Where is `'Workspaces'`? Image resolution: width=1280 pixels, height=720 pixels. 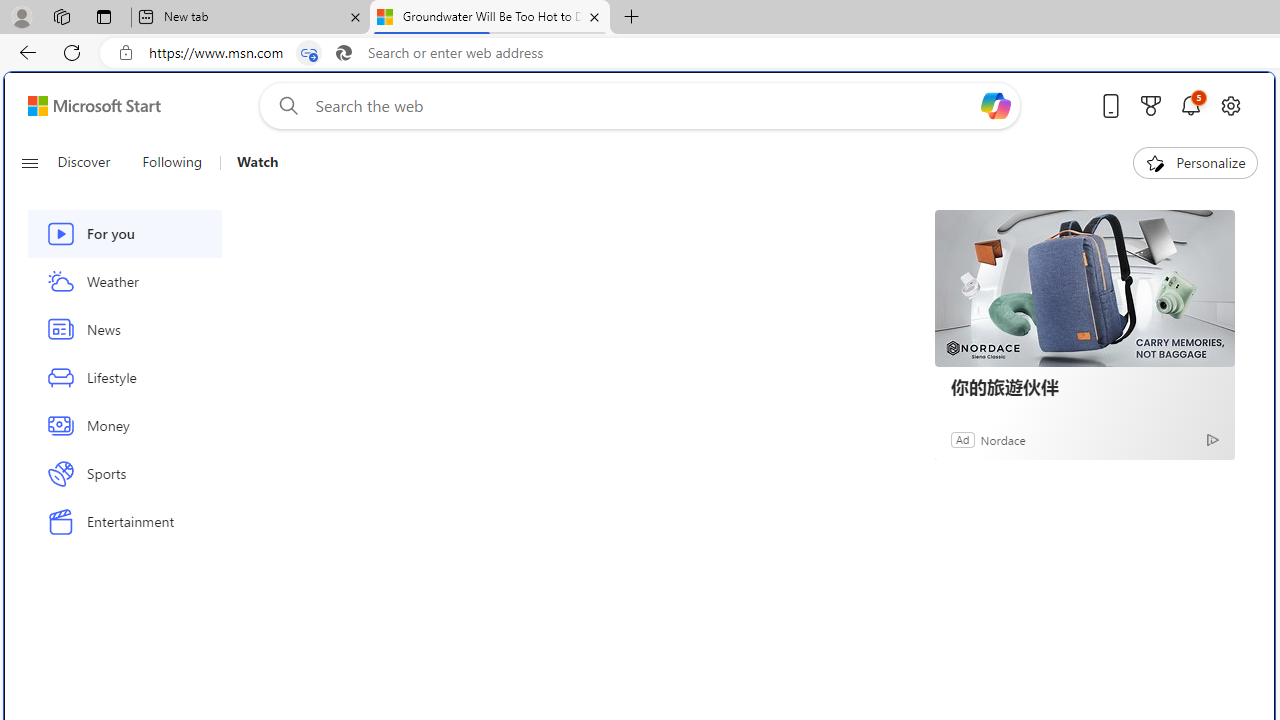
'Workspaces' is located at coordinates (61, 16).